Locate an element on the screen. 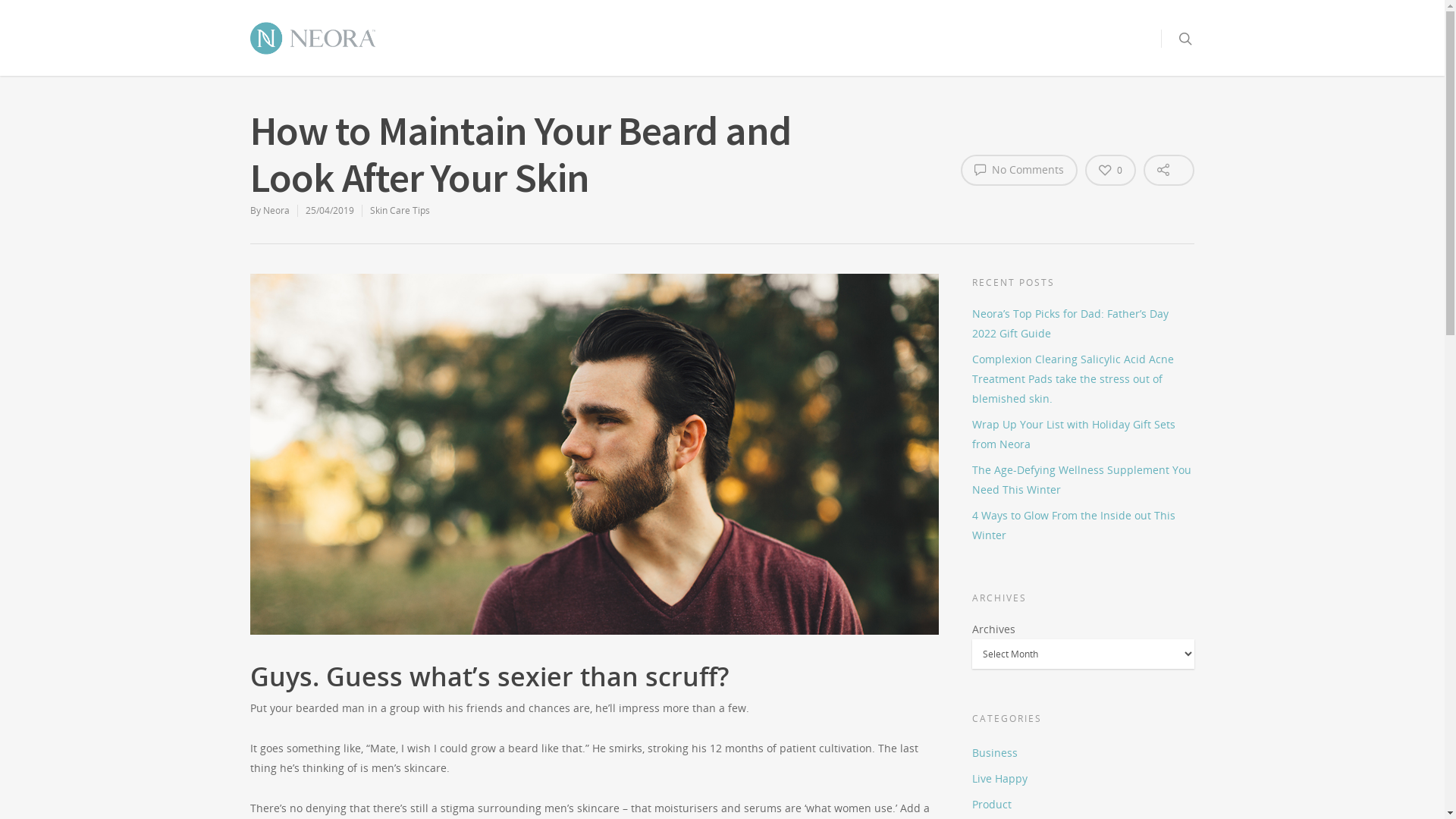 This screenshot has height=819, width=1456. 'Business' is located at coordinates (1082, 752).